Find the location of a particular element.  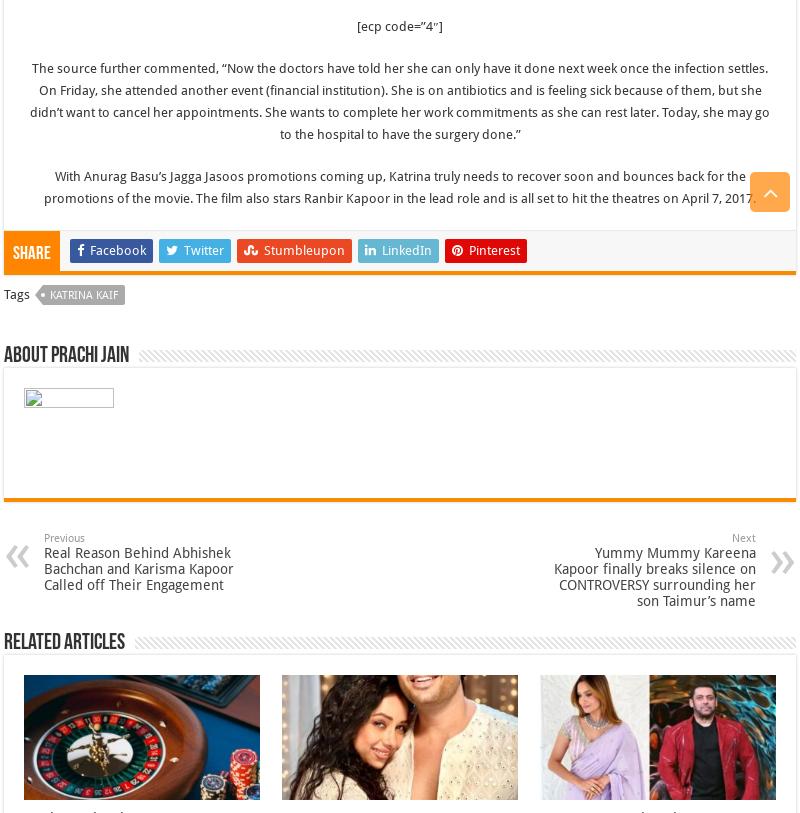

'Yummy Mummy Kareena Kapoor finally breaks silence on CONTROVERSY surrounding her son Taimur’s name' is located at coordinates (653, 576).